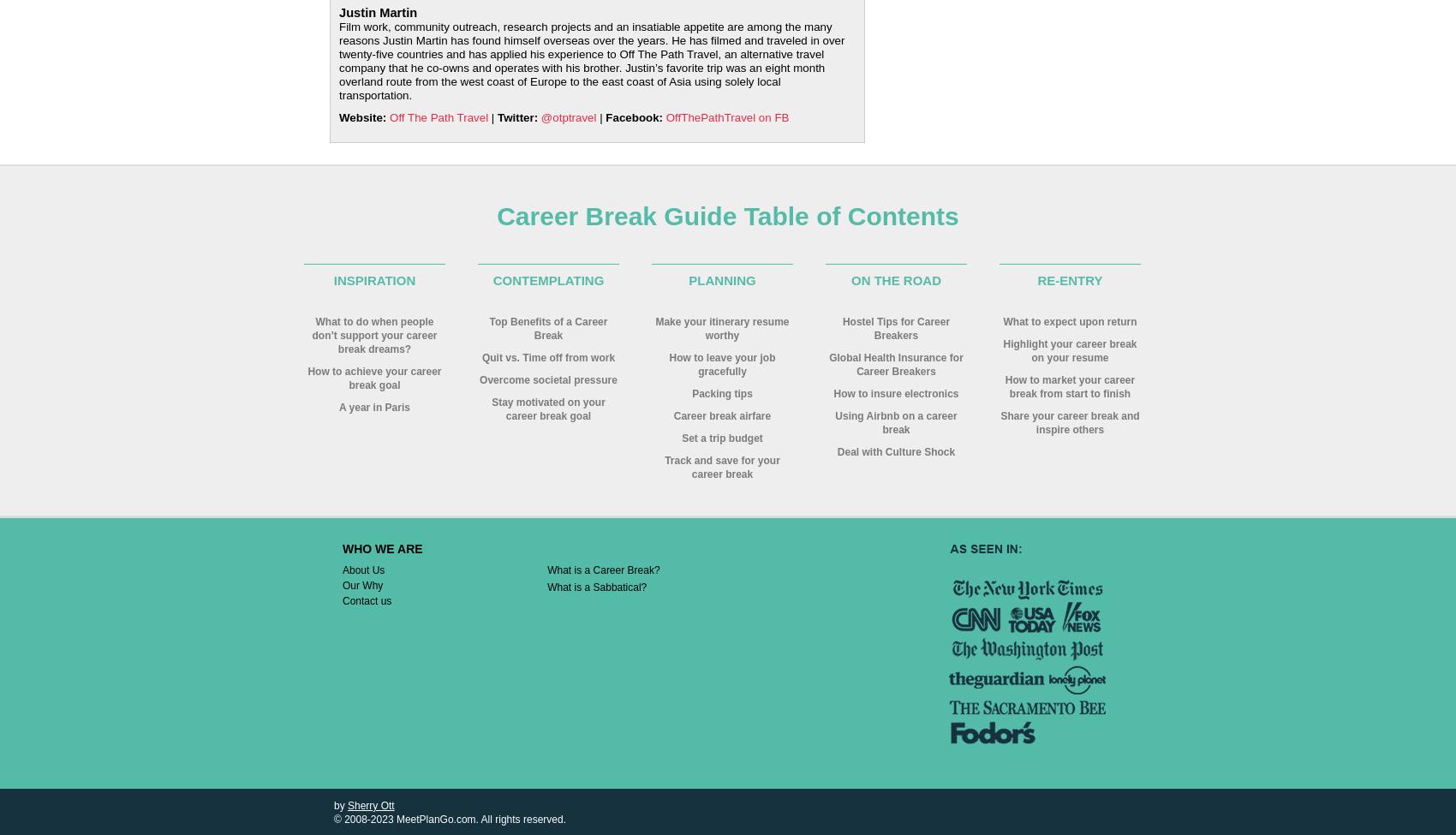  What do you see at coordinates (568, 116) in the screenshot?
I see `'@otptravel'` at bounding box center [568, 116].